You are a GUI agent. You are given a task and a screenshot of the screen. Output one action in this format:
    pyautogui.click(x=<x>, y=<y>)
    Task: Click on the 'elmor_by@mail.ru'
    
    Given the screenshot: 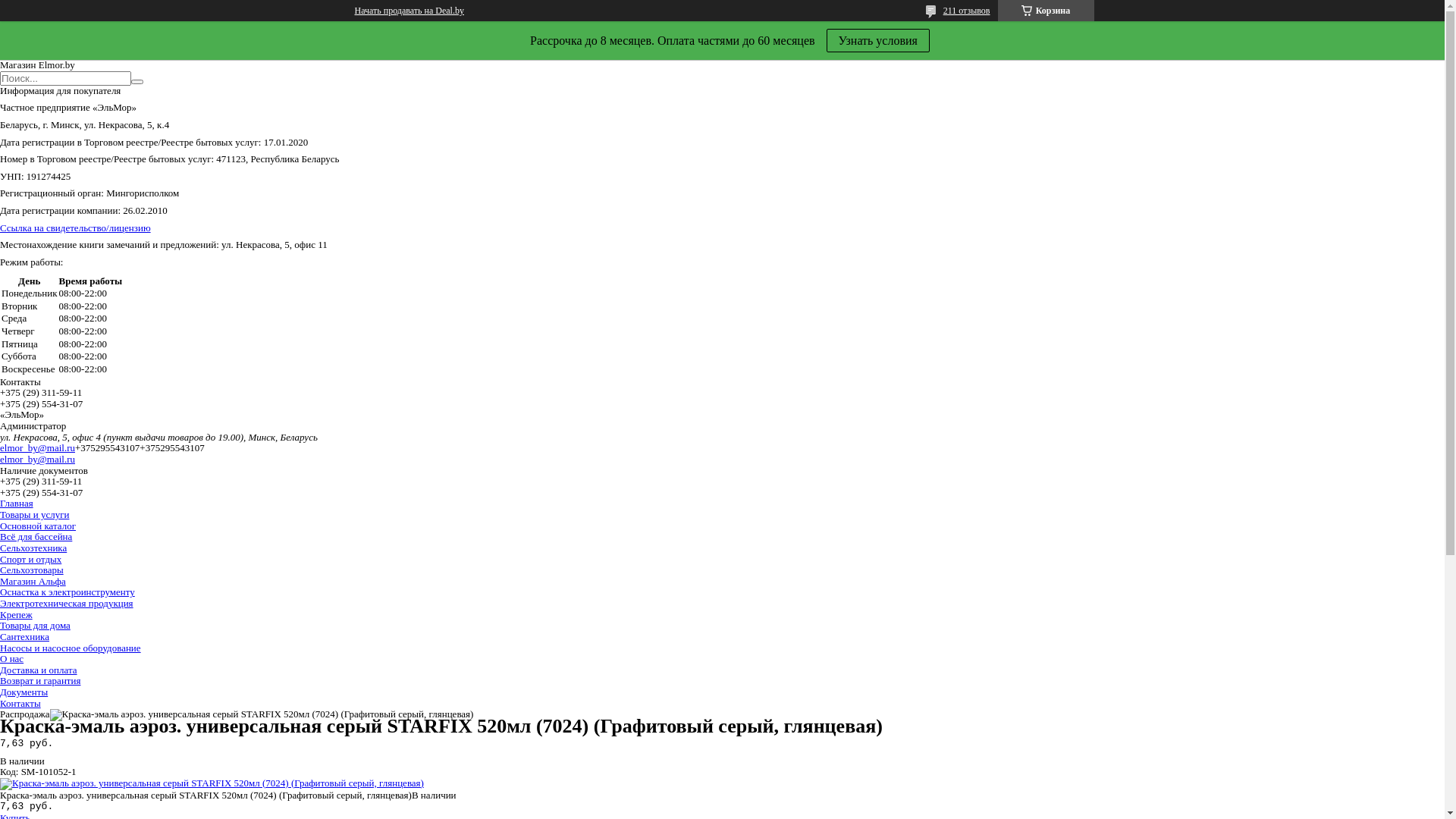 What is the action you would take?
    pyautogui.click(x=0, y=447)
    